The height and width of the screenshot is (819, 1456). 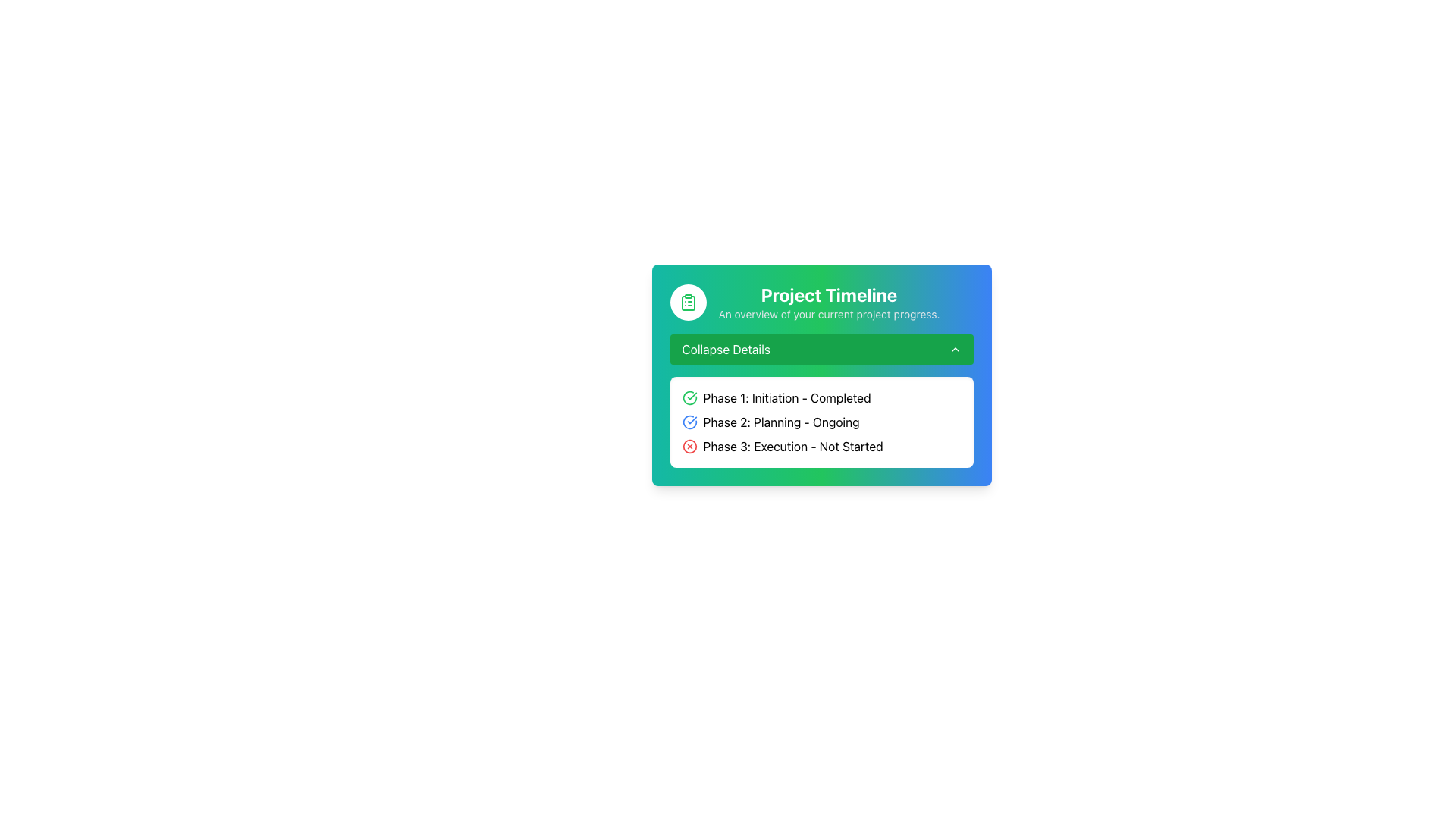 I want to click on the 'Execution' status text element in the project timeline, which indicates 'Not Started', so click(x=821, y=446).